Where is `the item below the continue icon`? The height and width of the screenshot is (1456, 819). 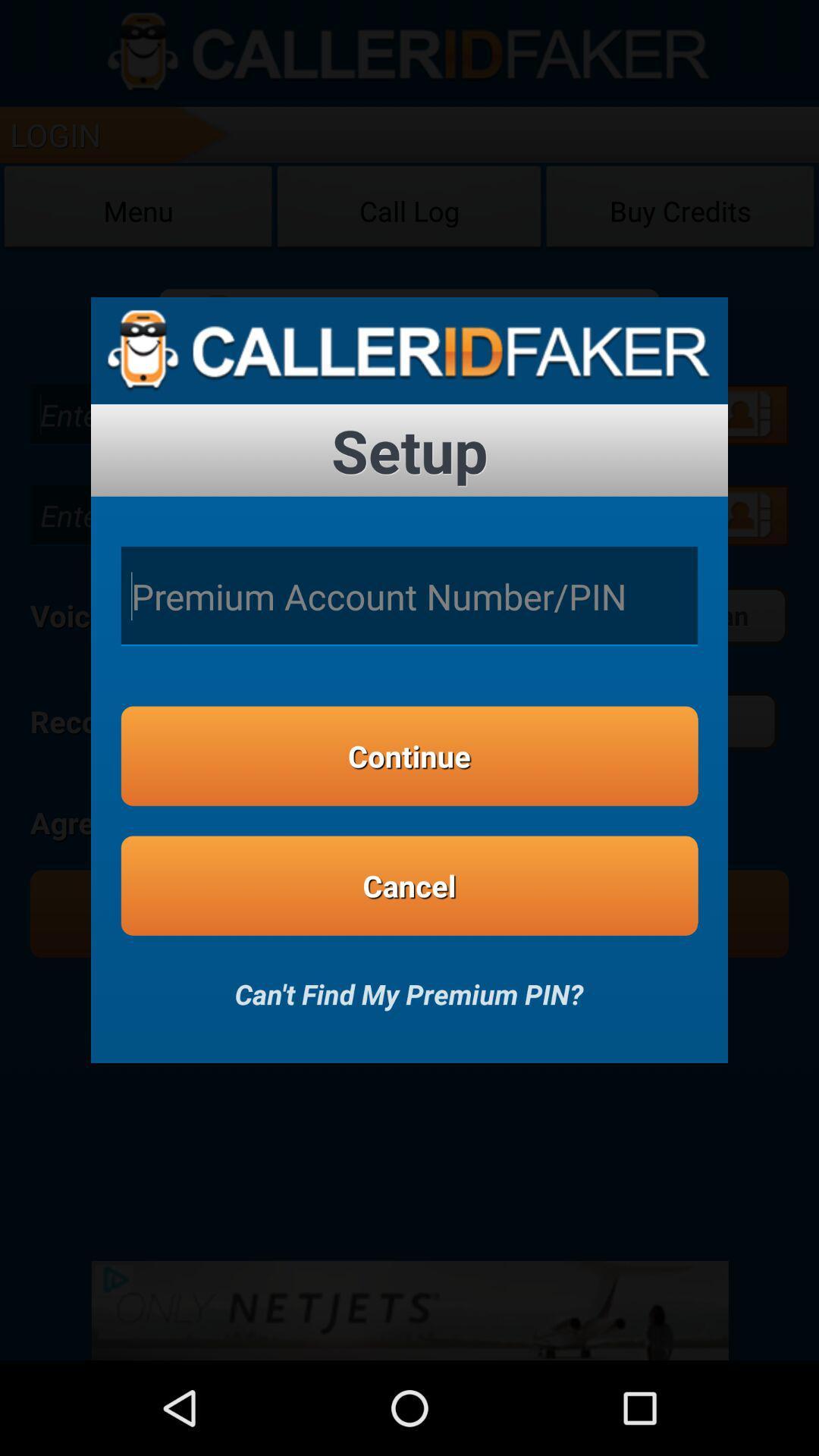
the item below the continue icon is located at coordinates (409, 886).